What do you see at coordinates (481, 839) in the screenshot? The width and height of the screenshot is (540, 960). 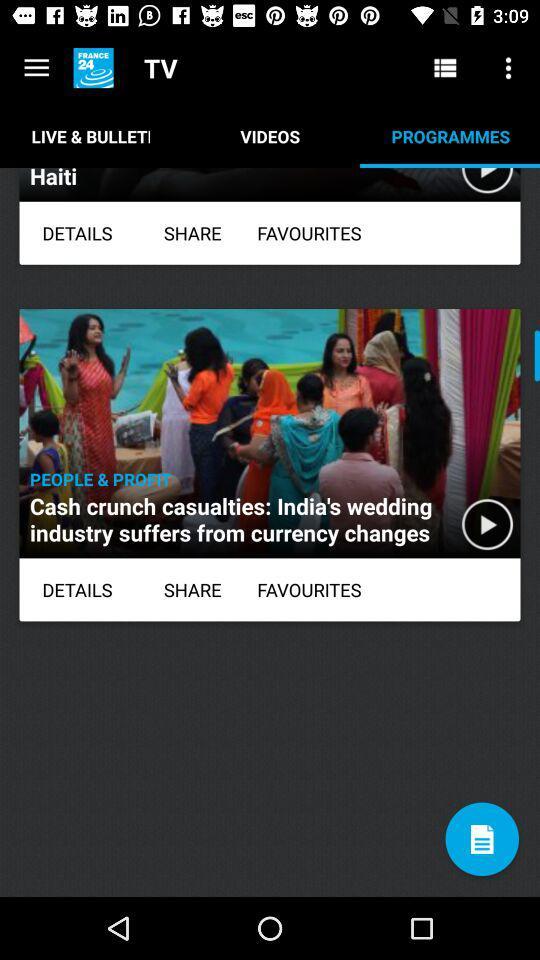 I see `the description icon` at bounding box center [481, 839].